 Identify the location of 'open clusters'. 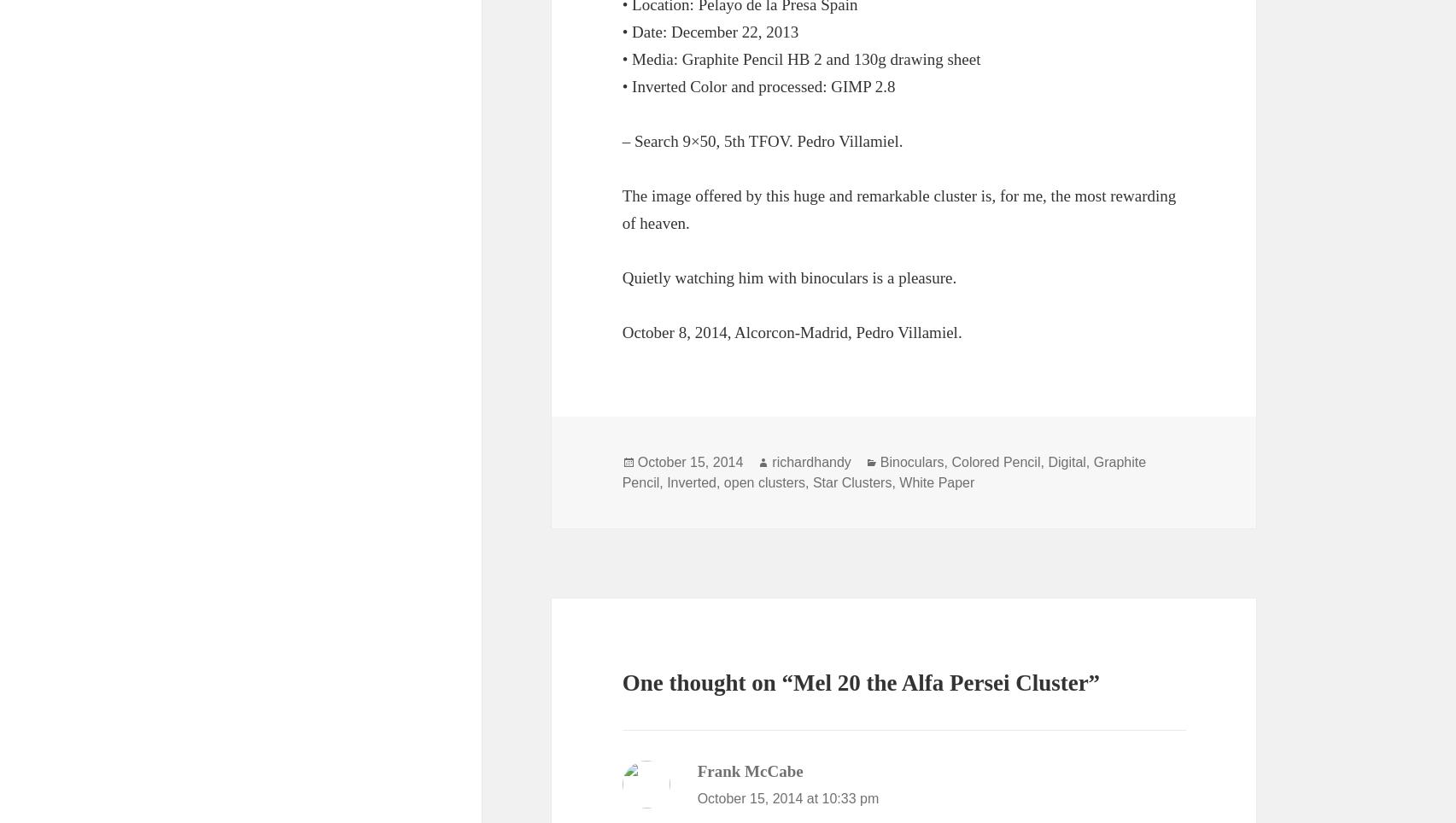
(763, 481).